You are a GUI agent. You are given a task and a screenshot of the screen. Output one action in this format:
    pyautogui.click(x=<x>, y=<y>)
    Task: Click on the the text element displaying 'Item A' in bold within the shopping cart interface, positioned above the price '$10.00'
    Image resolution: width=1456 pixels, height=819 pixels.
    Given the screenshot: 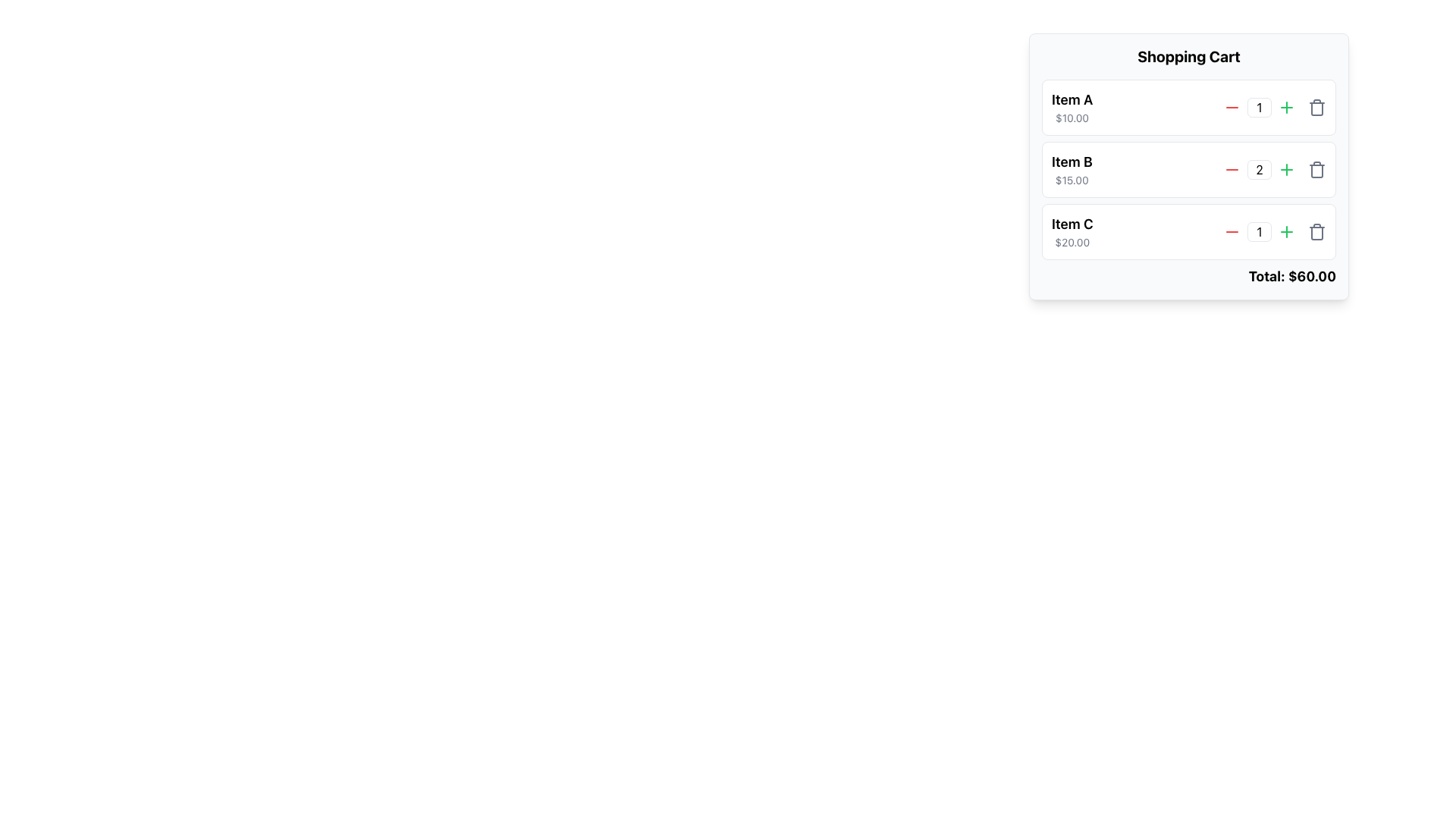 What is the action you would take?
    pyautogui.click(x=1072, y=99)
    